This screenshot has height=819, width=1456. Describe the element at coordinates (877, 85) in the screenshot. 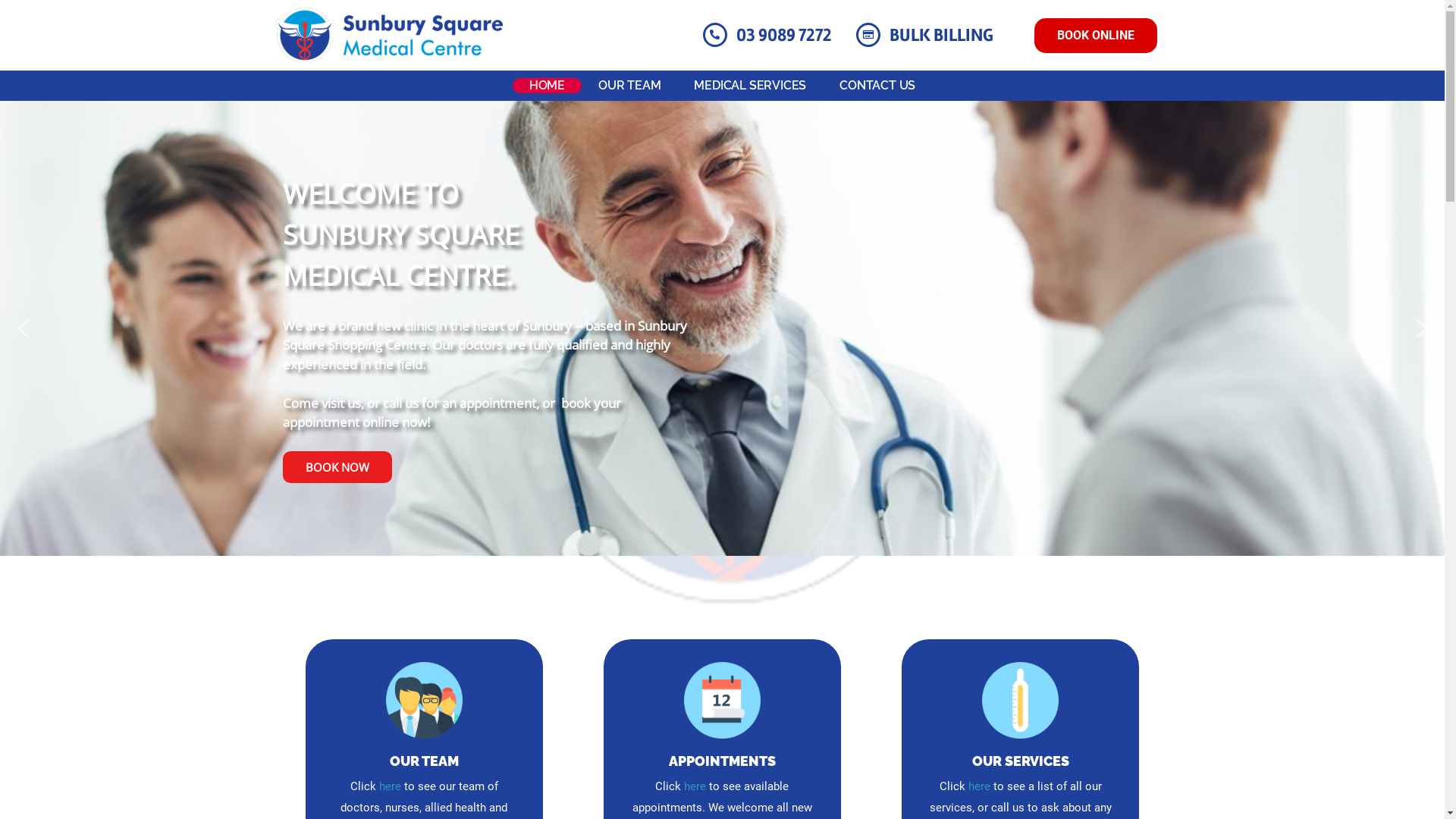

I see `'CONTACT US'` at that location.